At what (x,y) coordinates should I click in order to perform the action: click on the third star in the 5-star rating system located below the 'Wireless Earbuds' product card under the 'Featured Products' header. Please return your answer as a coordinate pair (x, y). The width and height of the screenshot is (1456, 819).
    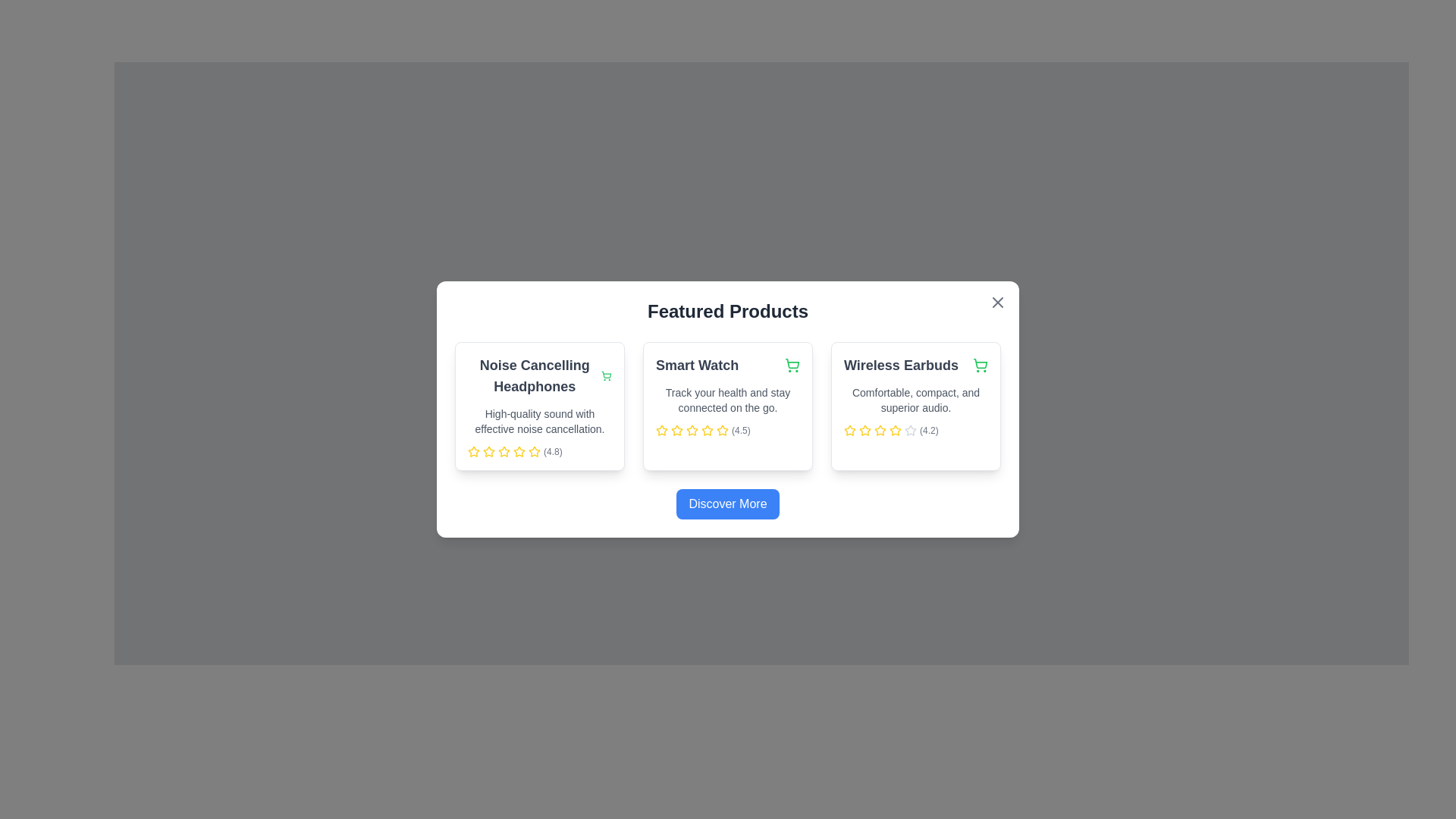
    Looking at the image, I should click on (865, 430).